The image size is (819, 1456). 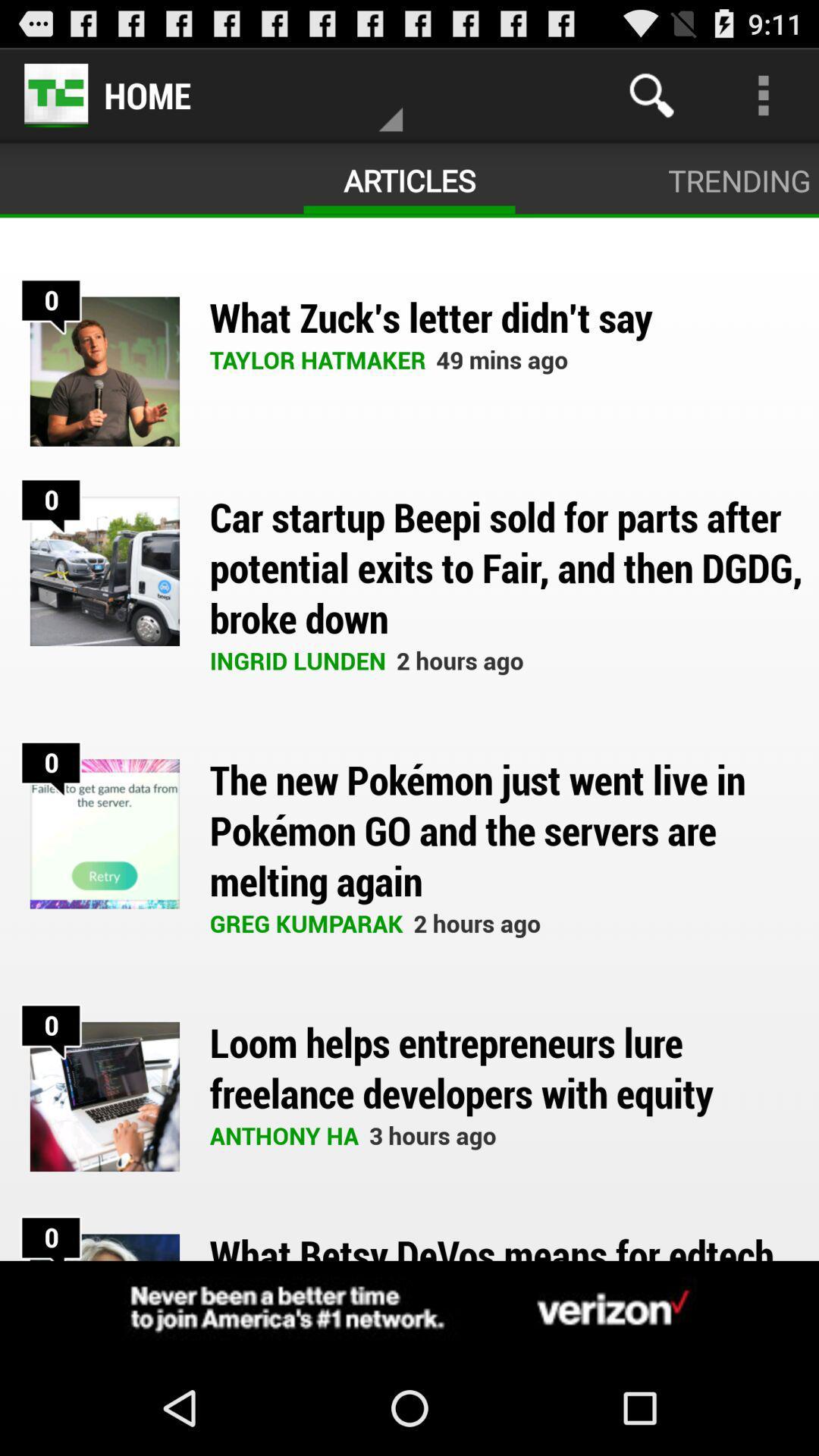 What do you see at coordinates (409, 1310) in the screenshot?
I see `advancement` at bounding box center [409, 1310].